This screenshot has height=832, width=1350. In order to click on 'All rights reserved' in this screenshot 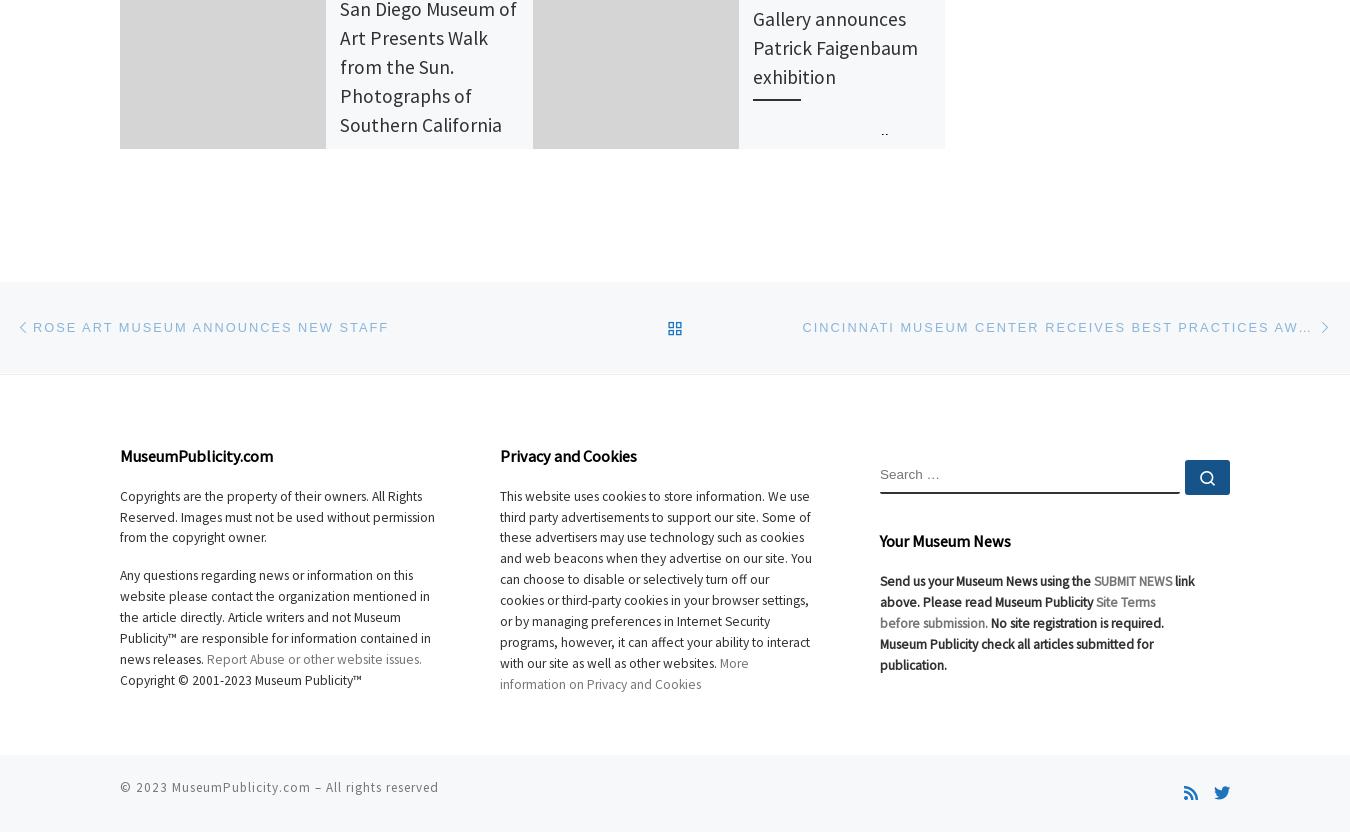, I will do `click(382, 786)`.